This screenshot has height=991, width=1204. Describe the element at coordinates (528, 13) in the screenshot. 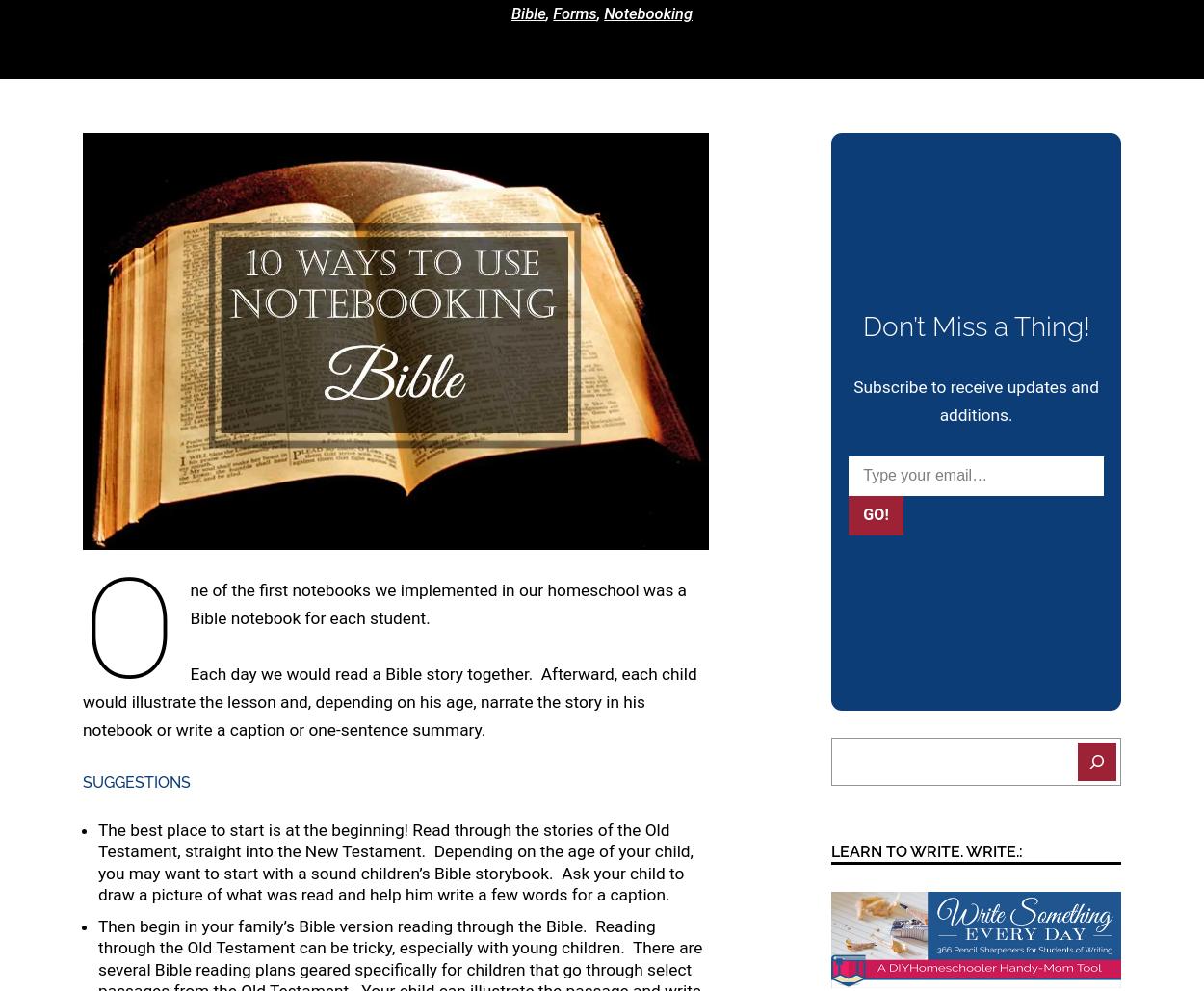

I see `'Bible'` at that location.